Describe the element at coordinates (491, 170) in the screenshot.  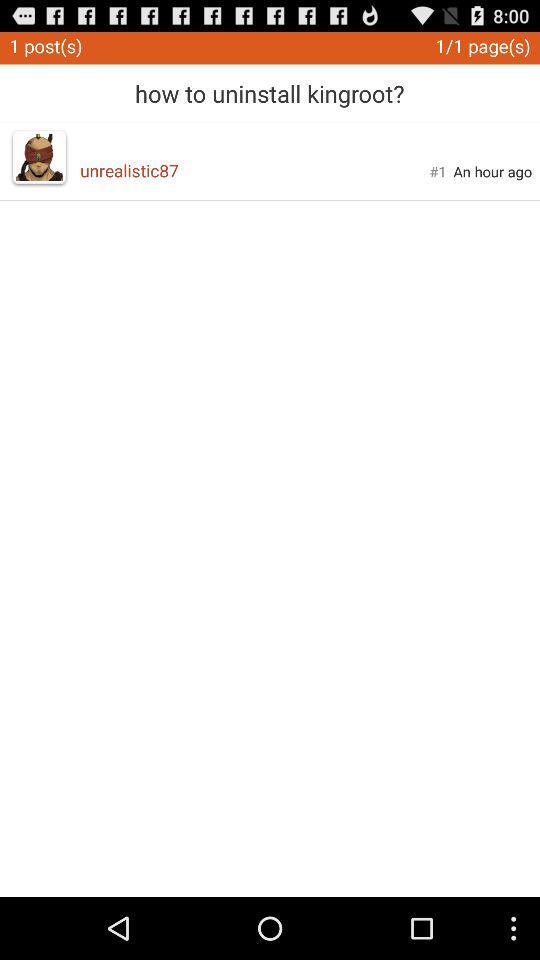
I see `the icon to the right of #1` at that location.